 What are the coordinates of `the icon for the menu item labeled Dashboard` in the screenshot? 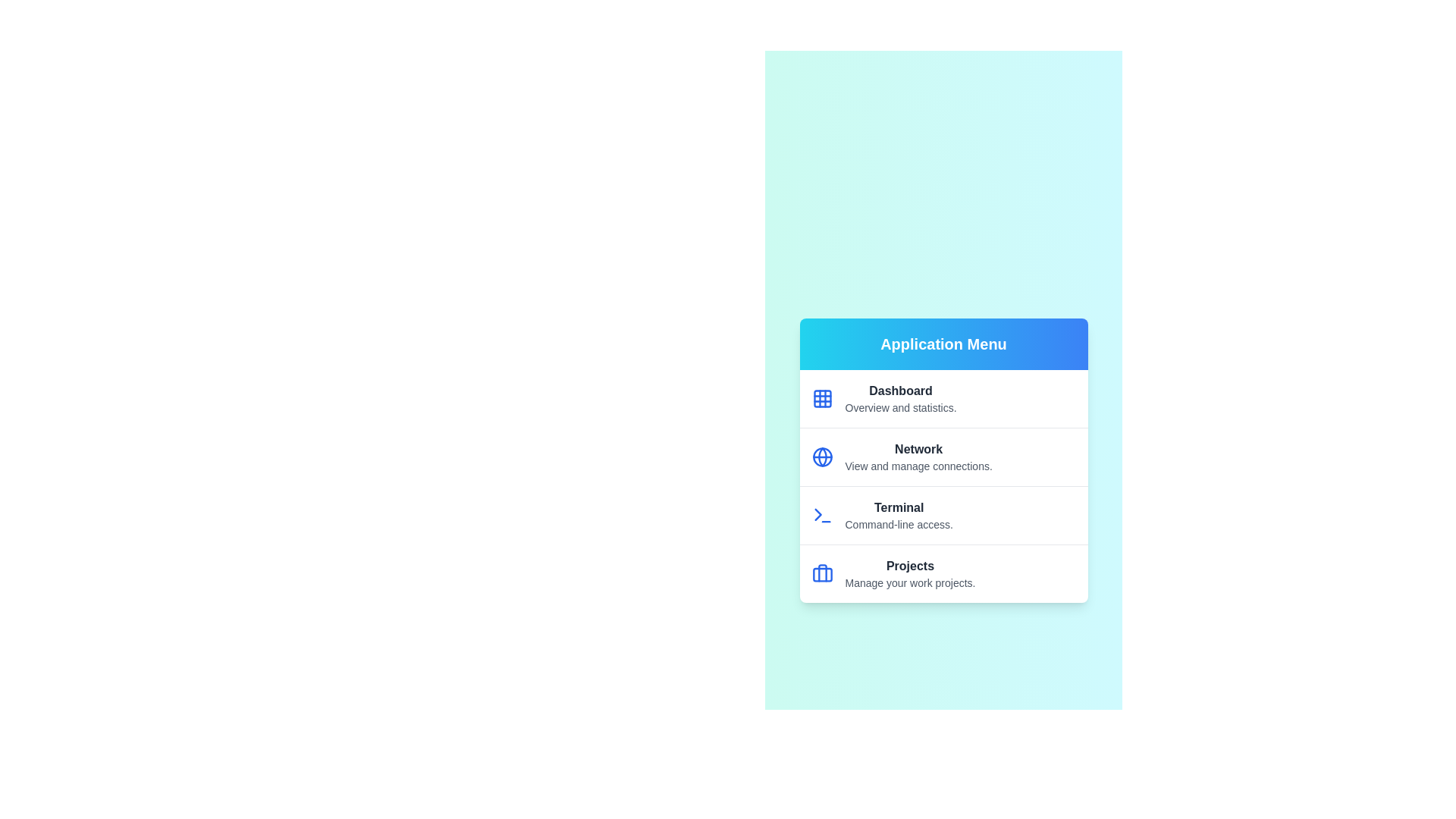 It's located at (821, 397).